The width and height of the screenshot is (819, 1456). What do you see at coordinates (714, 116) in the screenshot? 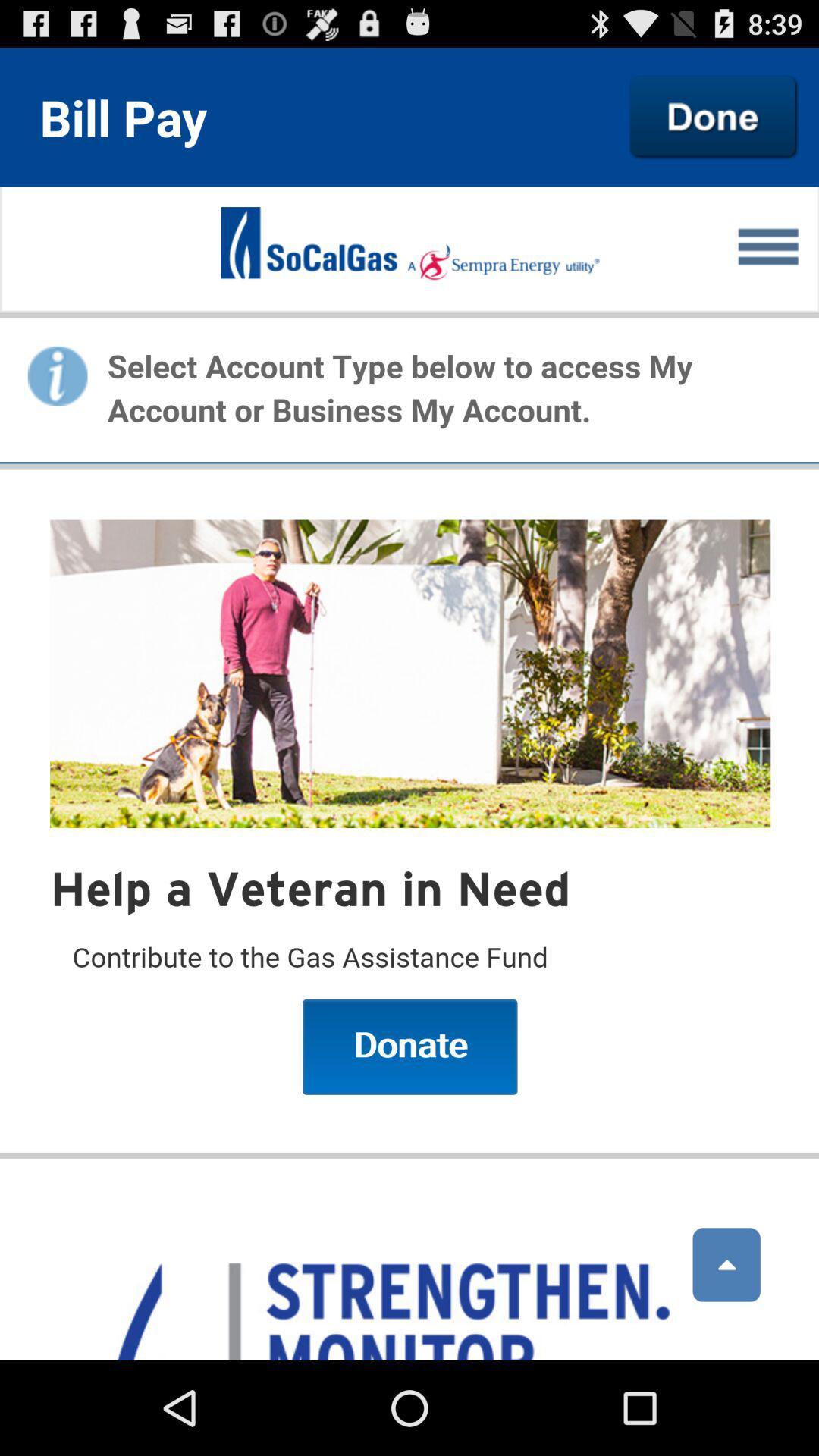
I see `done` at bounding box center [714, 116].